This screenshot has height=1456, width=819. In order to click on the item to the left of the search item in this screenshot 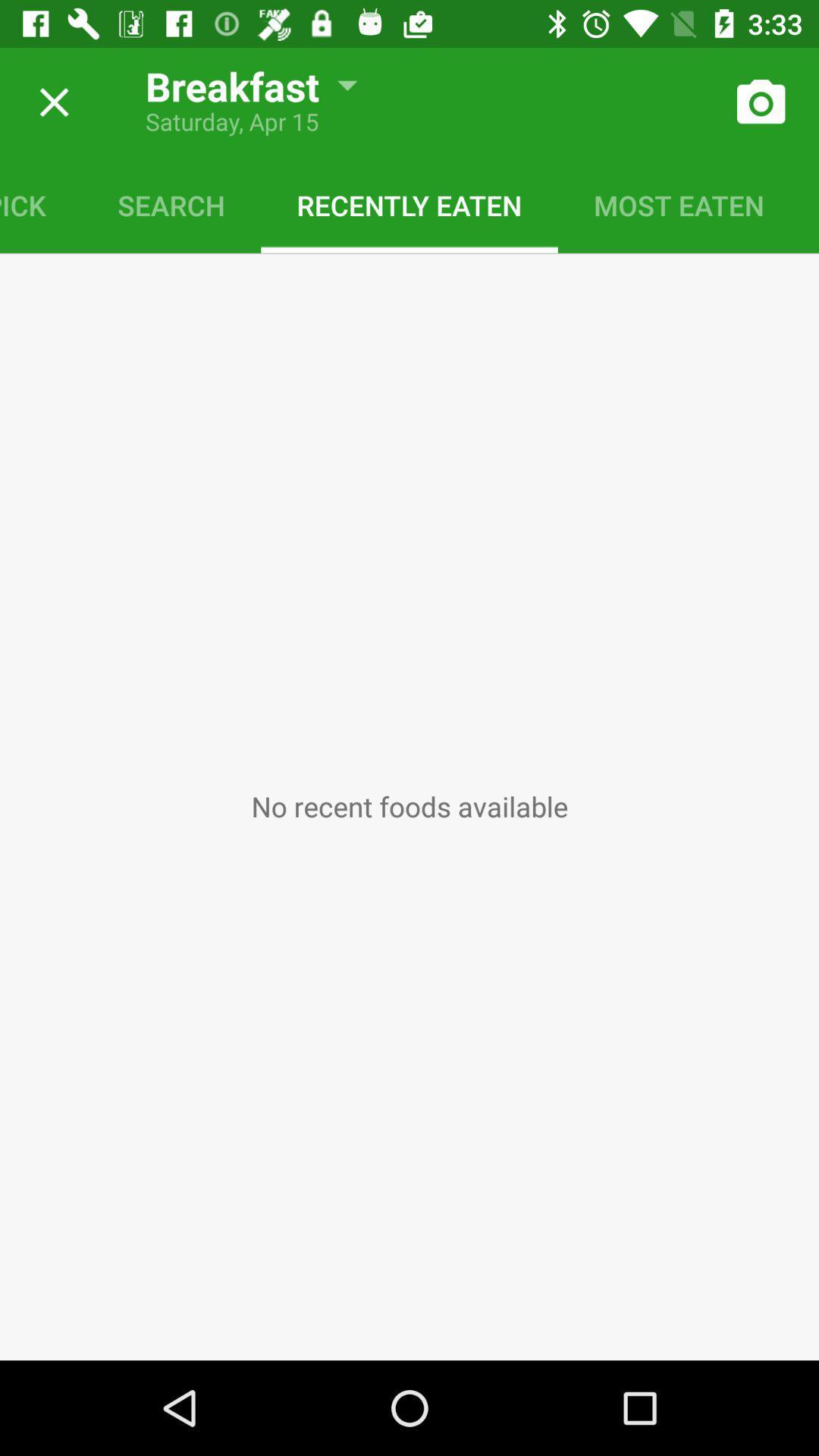, I will do `click(40, 204)`.